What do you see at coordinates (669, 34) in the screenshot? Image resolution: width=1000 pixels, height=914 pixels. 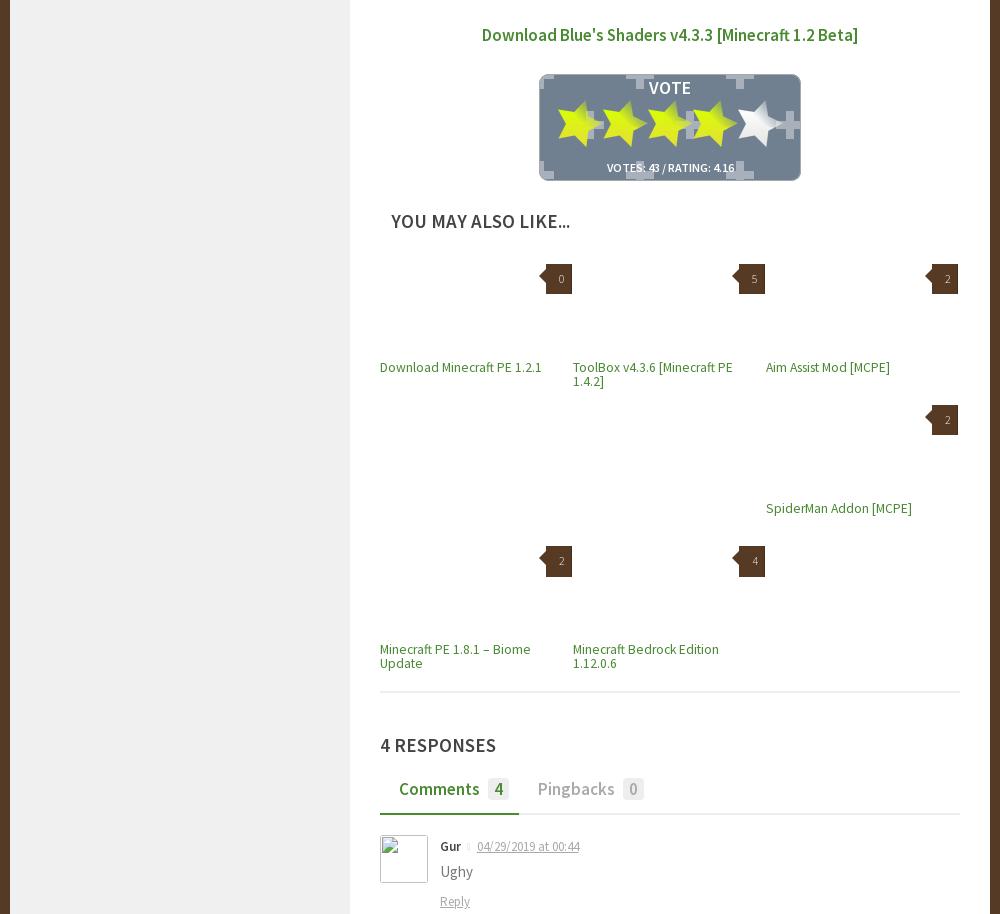 I see `'Download Blue's Shaders v4.3.3 [Minecraft 1.2 Beta]'` at bounding box center [669, 34].